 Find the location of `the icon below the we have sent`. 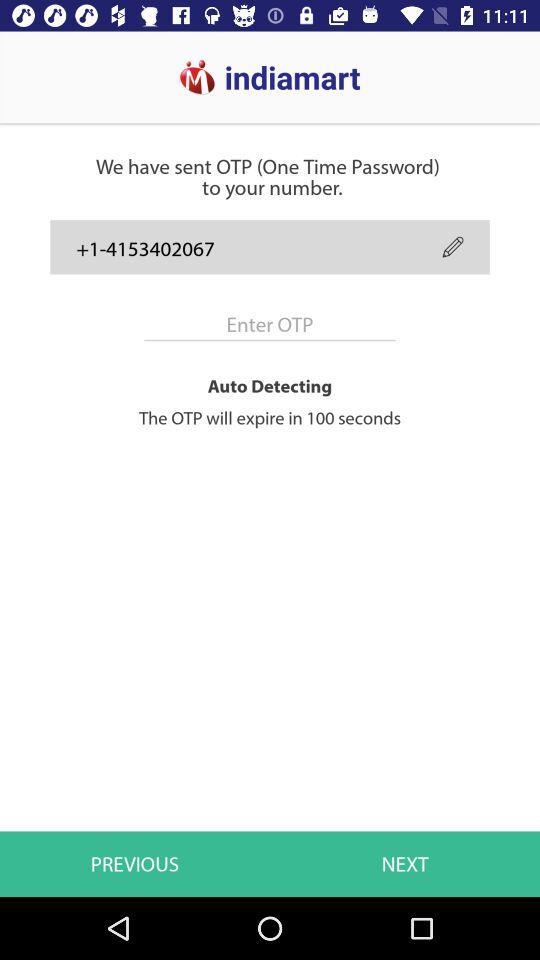

the icon below the we have sent is located at coordinates (453, 246).